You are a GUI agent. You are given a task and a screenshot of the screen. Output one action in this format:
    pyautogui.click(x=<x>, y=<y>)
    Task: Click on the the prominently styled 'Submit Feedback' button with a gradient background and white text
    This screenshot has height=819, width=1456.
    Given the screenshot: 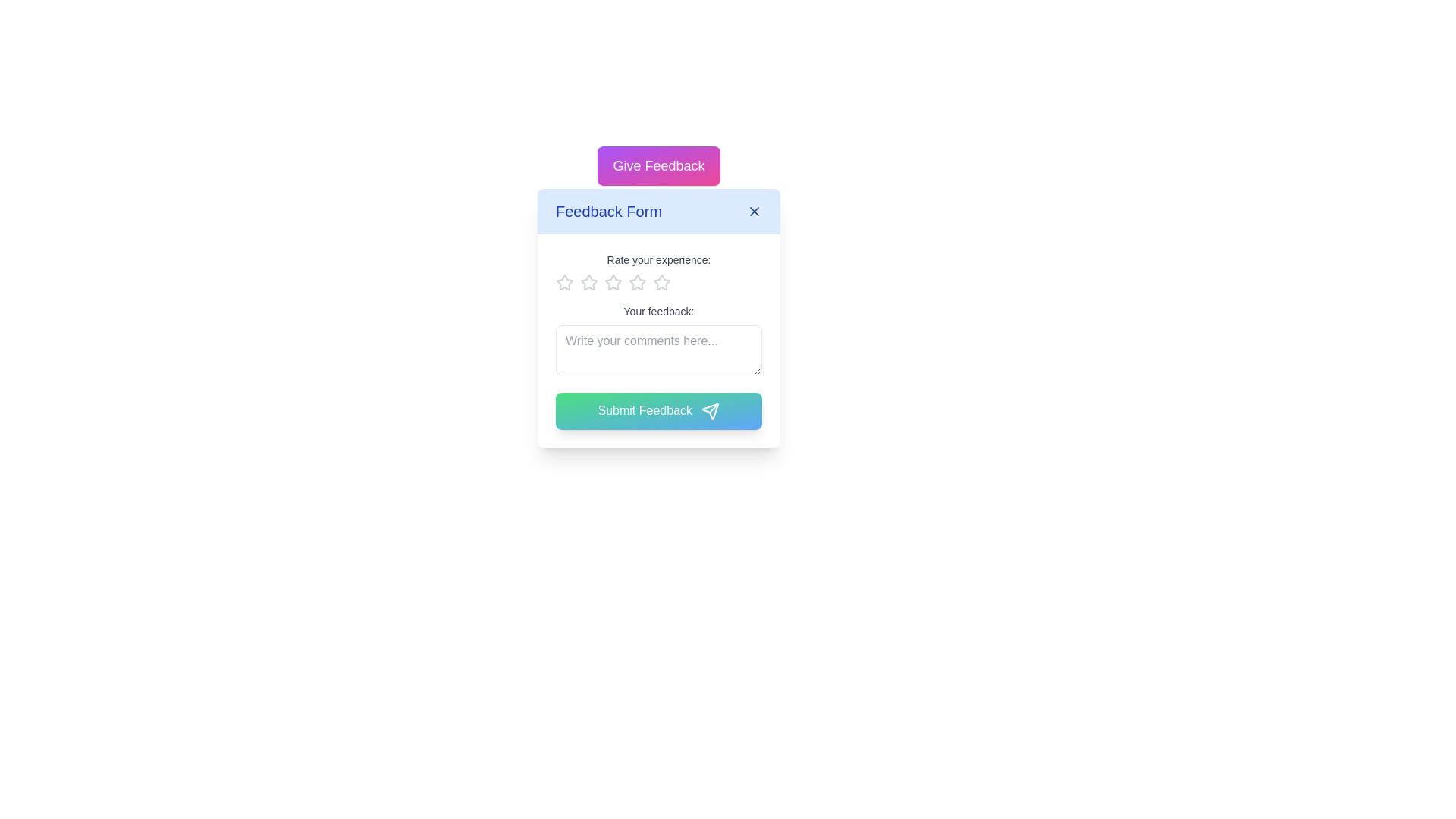 What is the action you would take?
    pyautogui.click(x=658, y=411)
    